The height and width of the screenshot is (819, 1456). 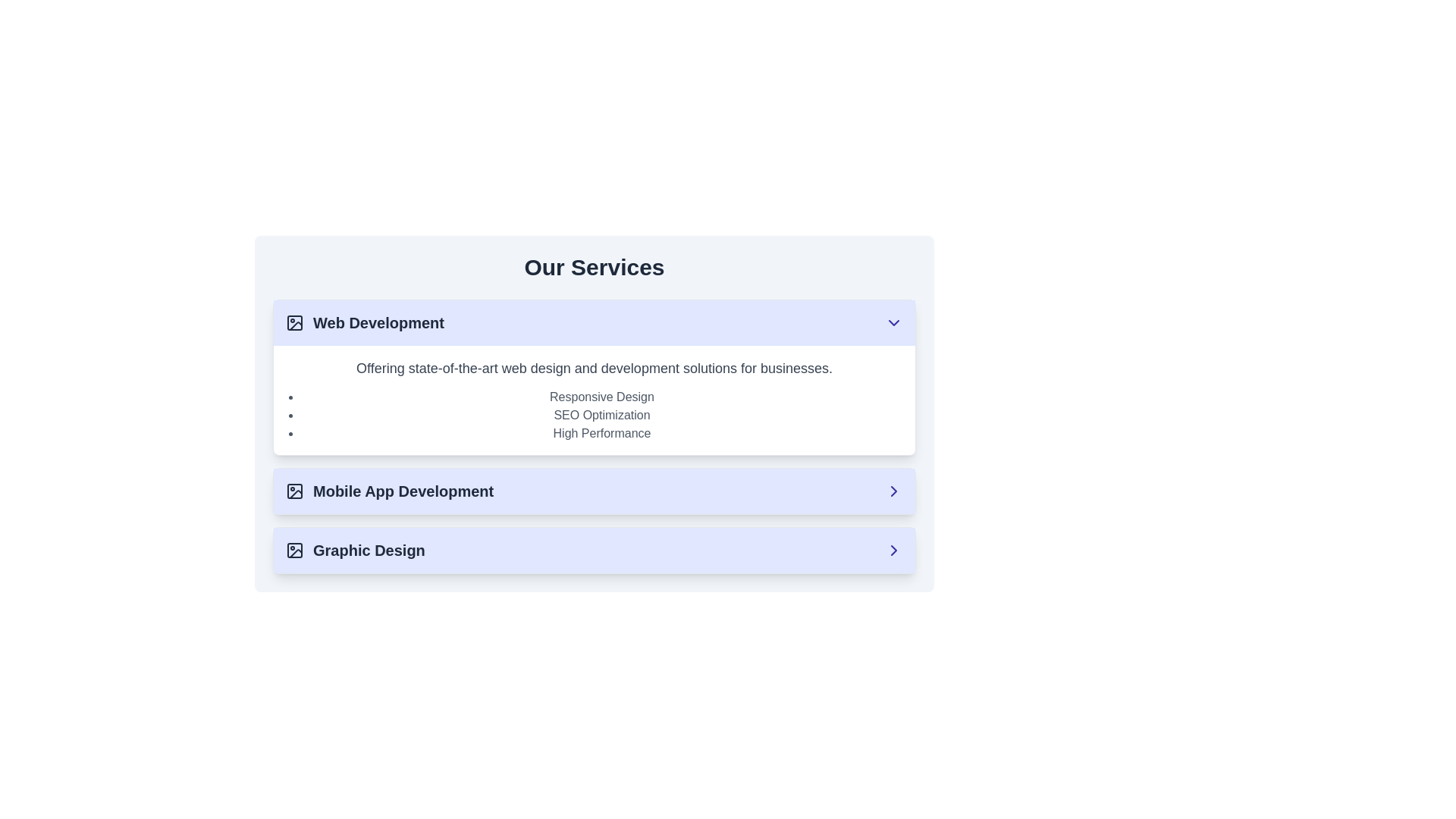 I want to click on the chevron arrow icon located at the rightmost position of the 'Web Development' section header to observe its hover effects, so click(x=894, y=322).